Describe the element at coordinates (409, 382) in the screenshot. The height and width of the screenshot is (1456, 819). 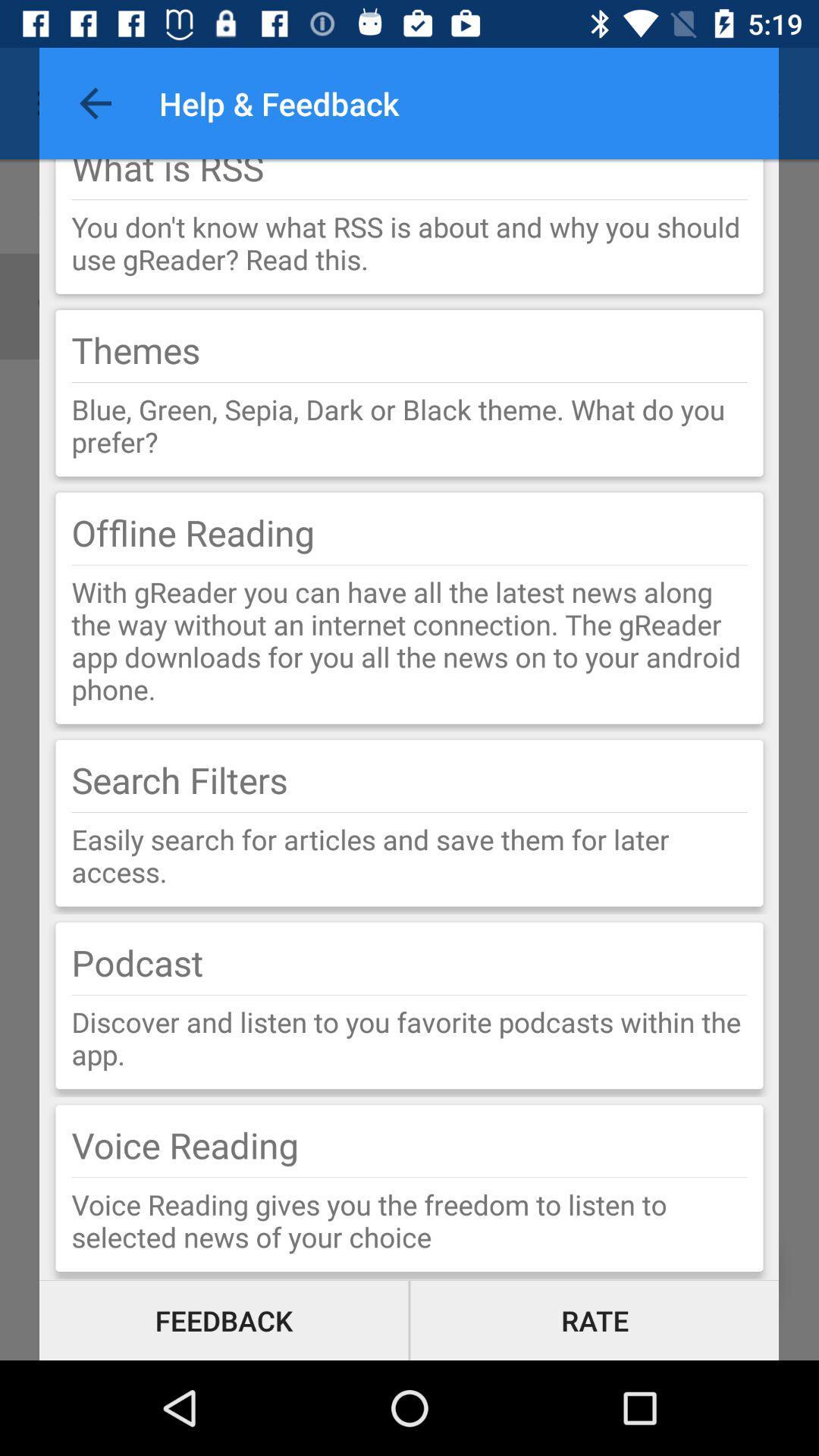
I see `item below the themes icon` at that location.